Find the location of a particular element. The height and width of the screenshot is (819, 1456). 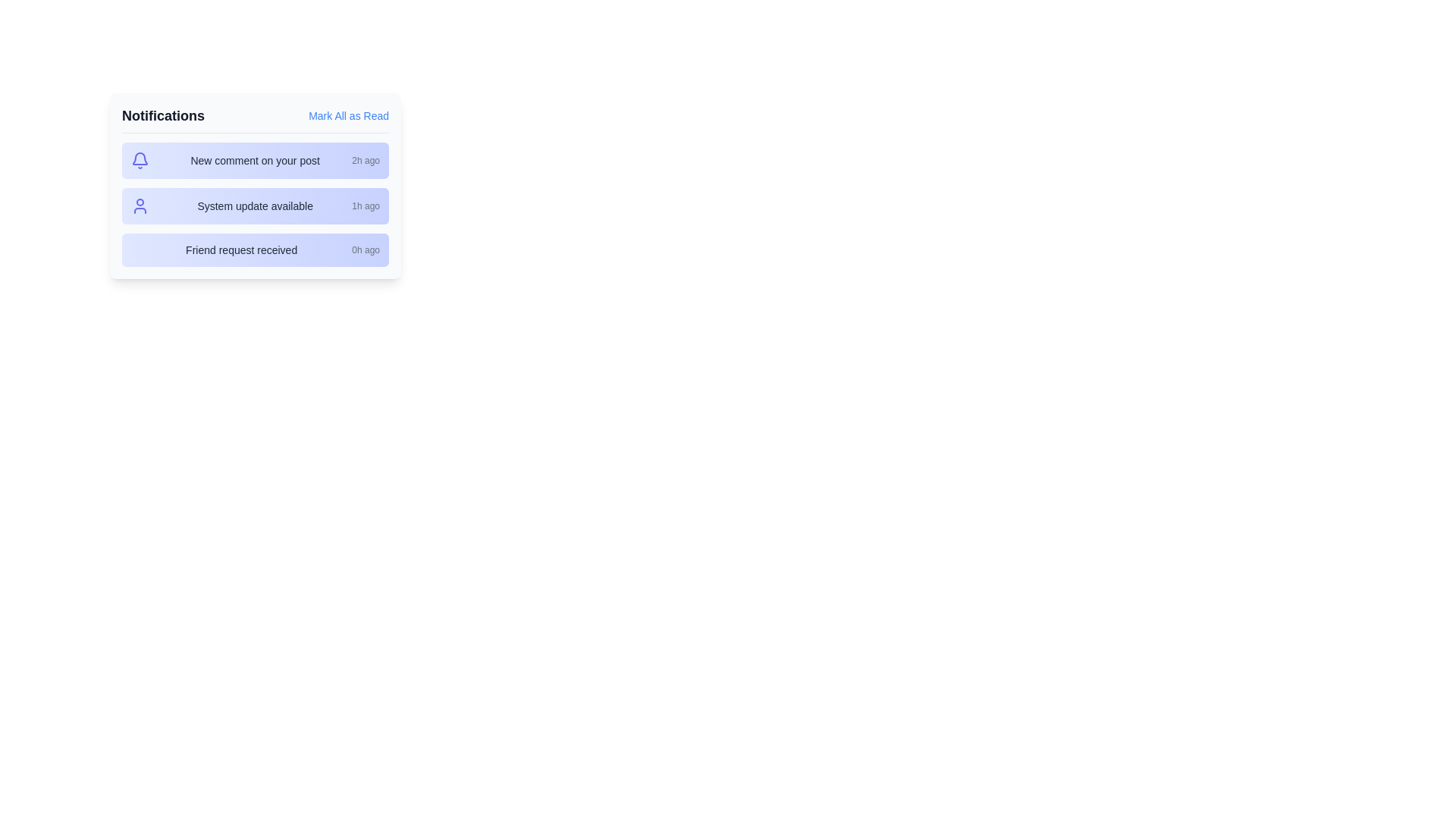

the time information displayed in the text label indicating when the notification 'System update available' was issued, located at the rightmost side of the second notification card in the notification panel is located at coordinates (366, 206).